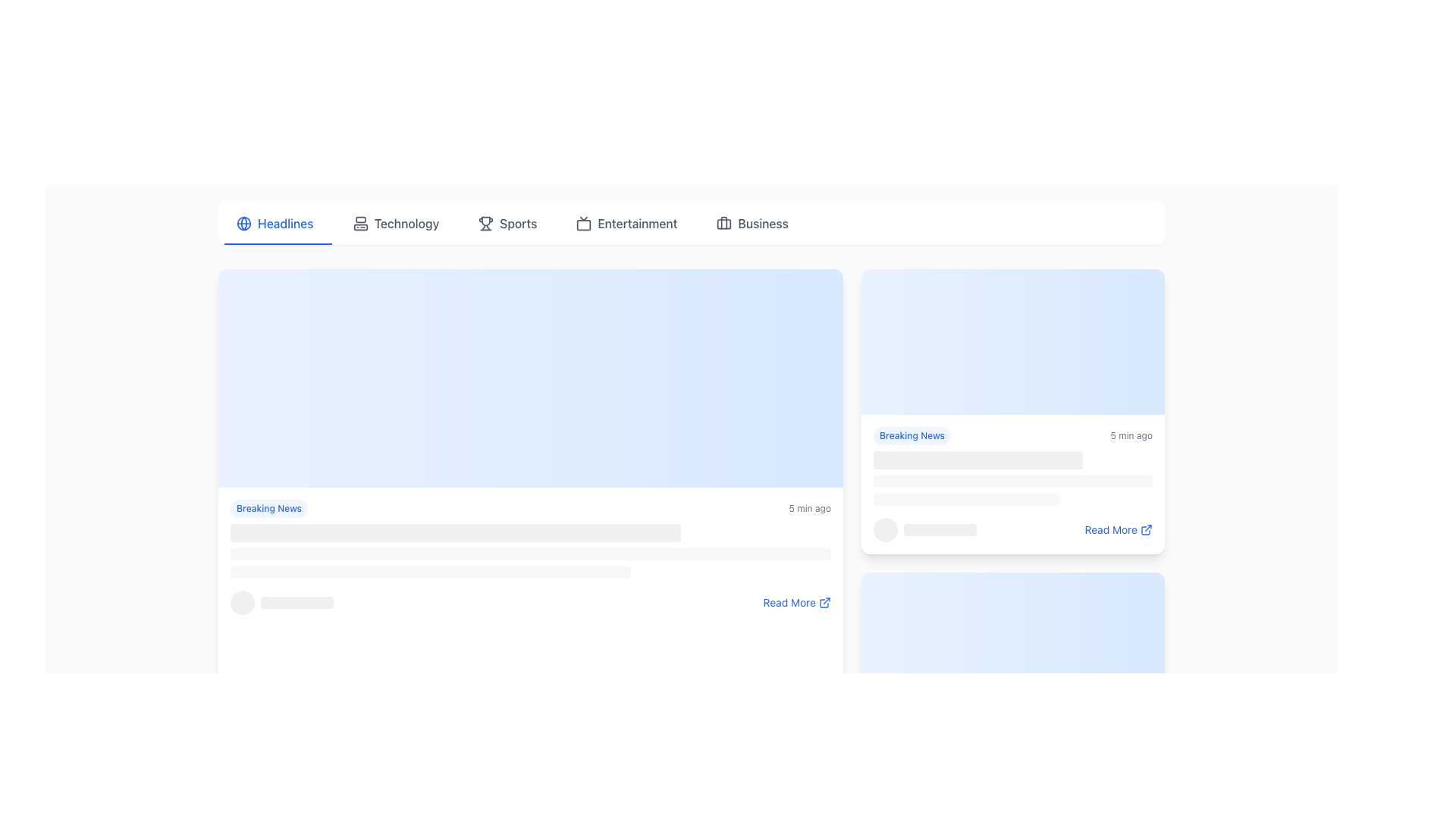  I want to click on the loading placeholder, which consists of a gray circular component on the left and a gray rectangular component on the right, both pulsating and aligned horizontally, located underneath the 'Breaking News' headline, so click(282, 601).